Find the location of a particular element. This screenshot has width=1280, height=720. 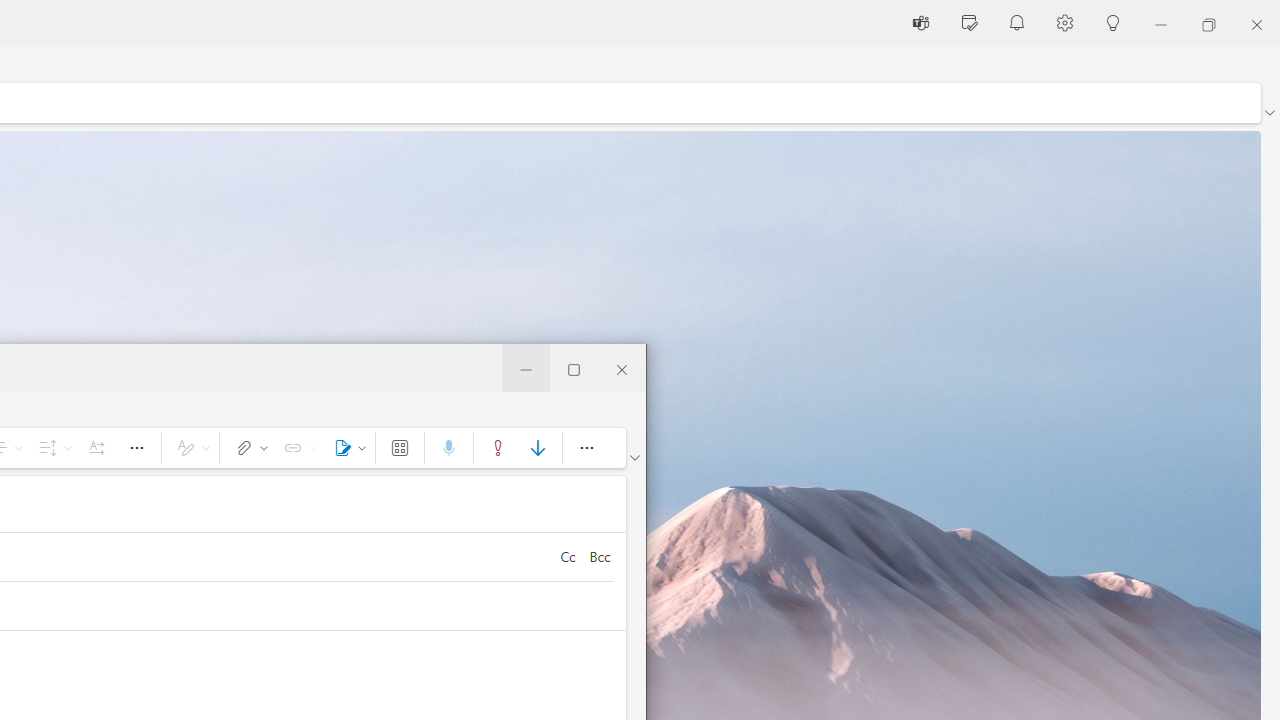

'Dictate' is located at coordinates (447, 446).